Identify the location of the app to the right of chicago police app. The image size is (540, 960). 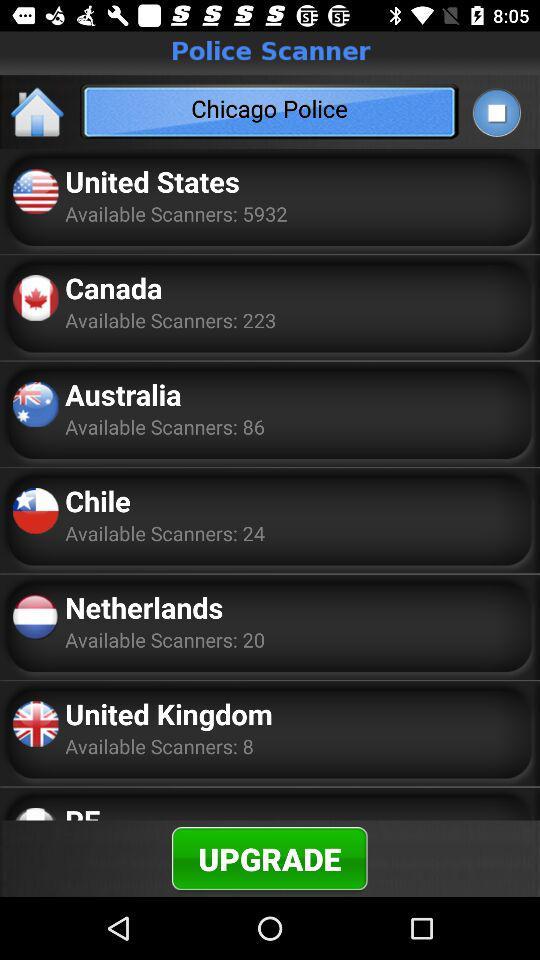
(495, 112).